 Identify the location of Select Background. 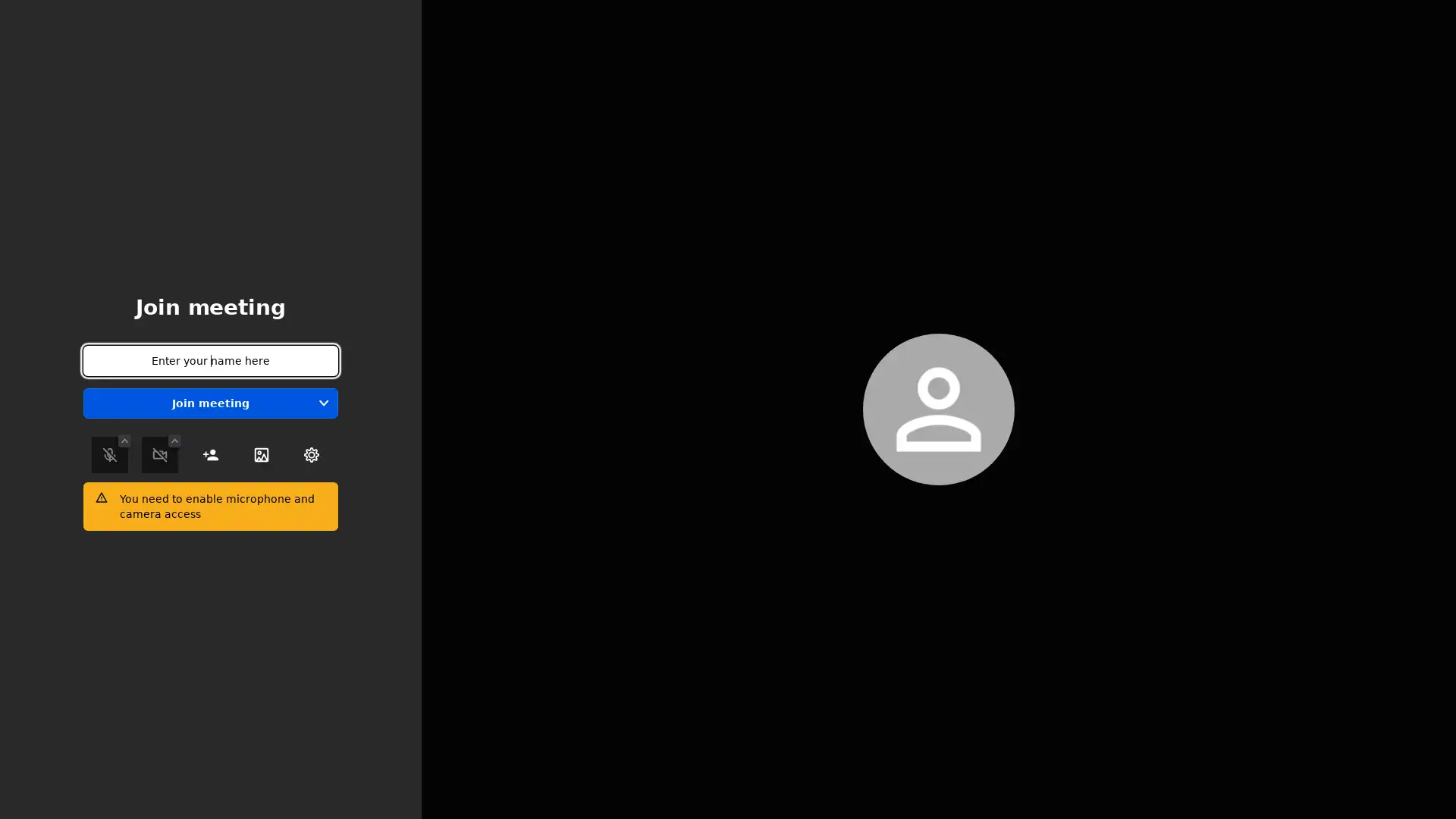
(261, 454).